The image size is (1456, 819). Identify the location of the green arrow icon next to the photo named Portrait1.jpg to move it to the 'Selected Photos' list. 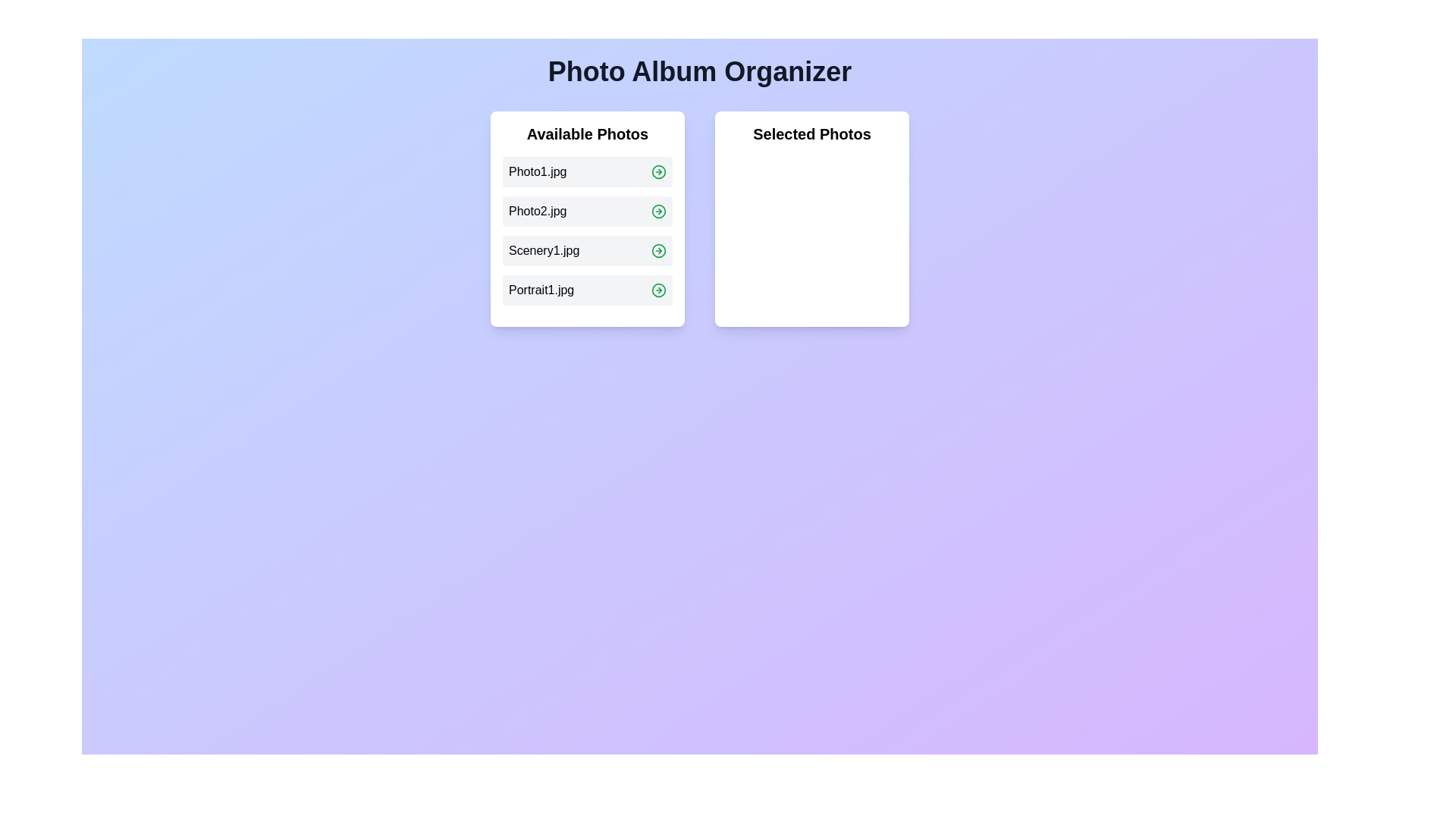
(658, 290).